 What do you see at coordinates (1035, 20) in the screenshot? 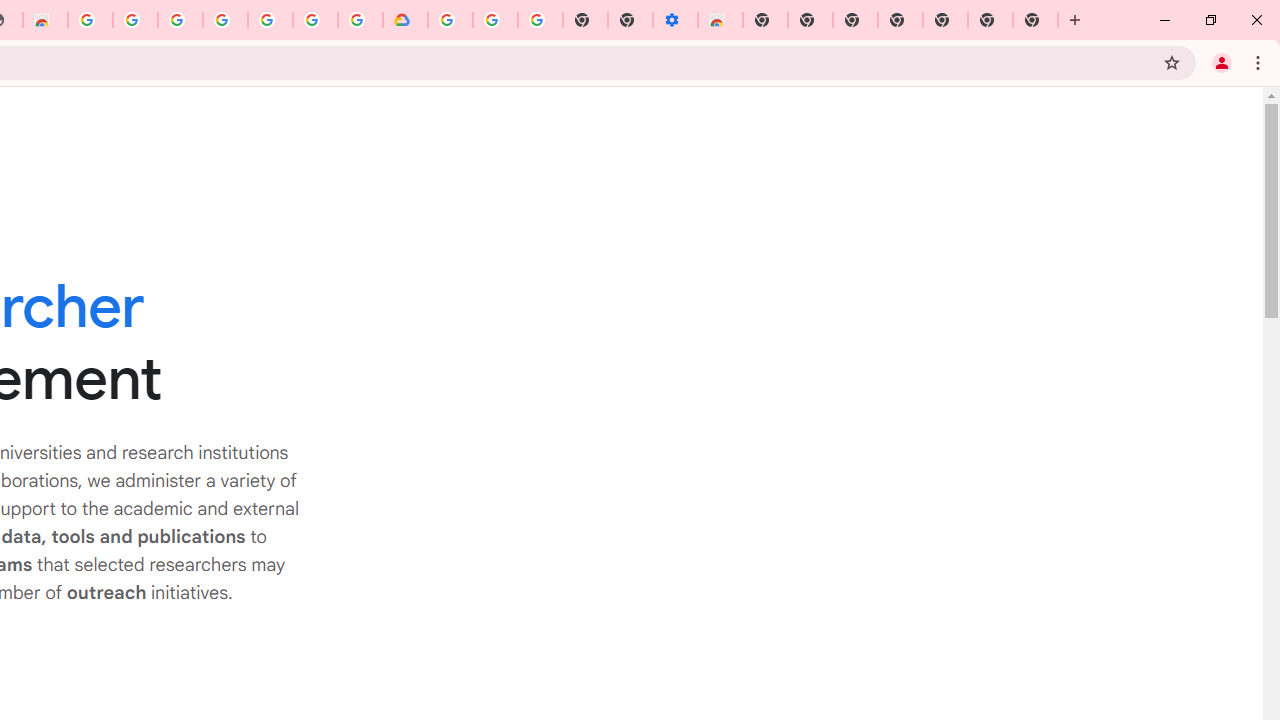
I see `'New Tab'` at bounding box center [1035, 20].